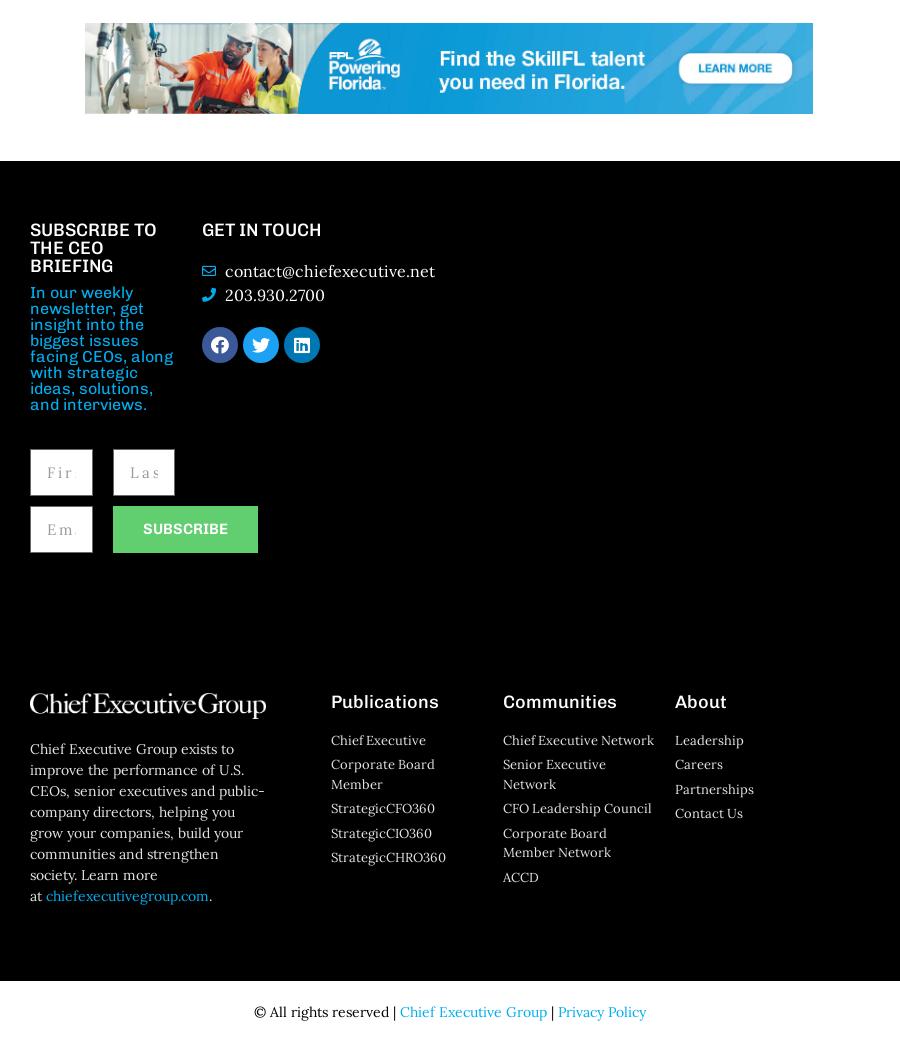  What do you see at coordinates (142, 527) in the screenshot?
I see `'Subscribe'` at bounding box center [142, 527].